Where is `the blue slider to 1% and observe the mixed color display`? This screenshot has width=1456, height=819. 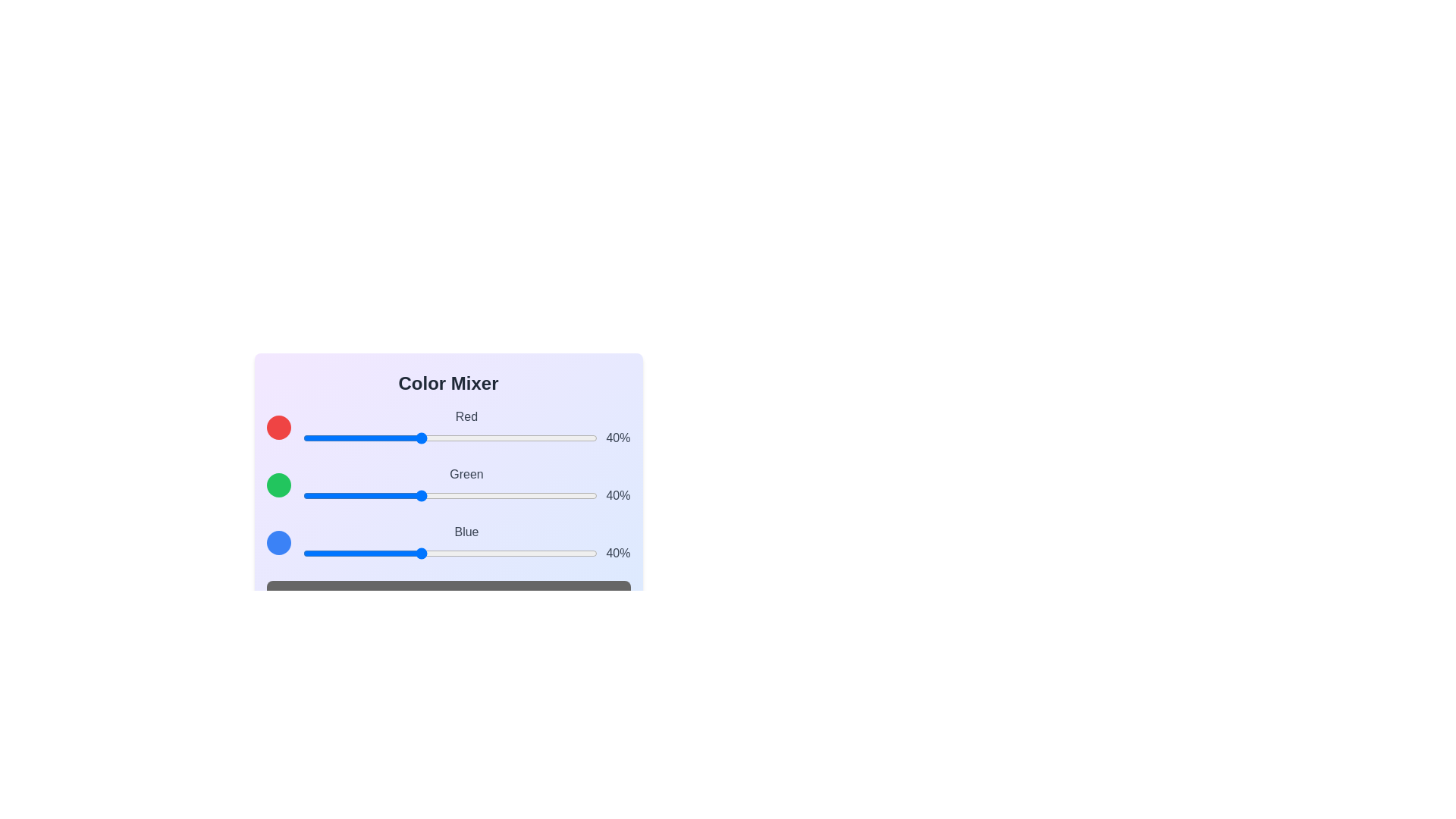 the blue slider to 1% and observe the mixed color display is located at coordinates (305, 553).